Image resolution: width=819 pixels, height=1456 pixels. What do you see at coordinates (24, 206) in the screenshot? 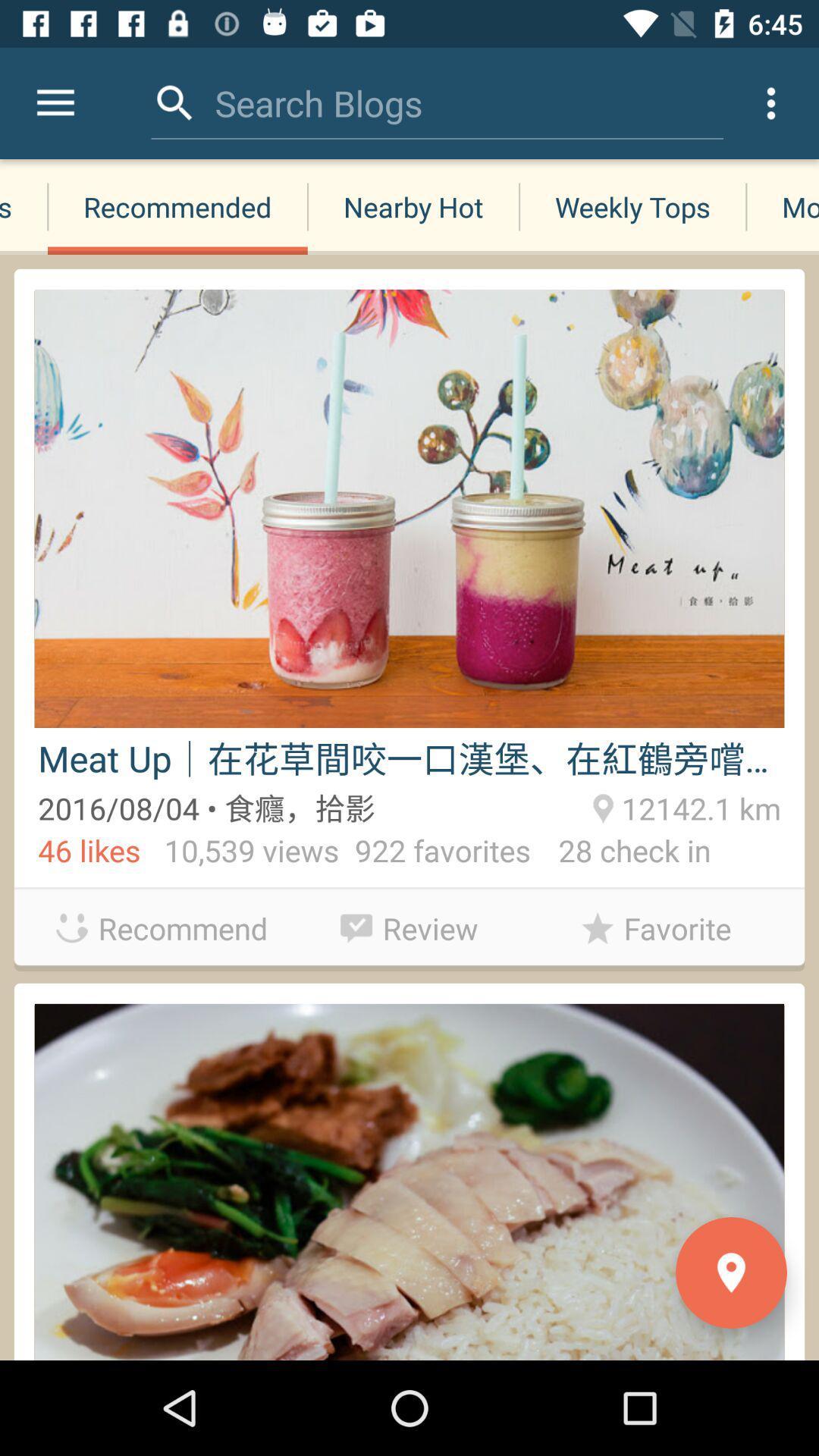
I see `item next to the recommended icon` at bounding box center [24, 206].